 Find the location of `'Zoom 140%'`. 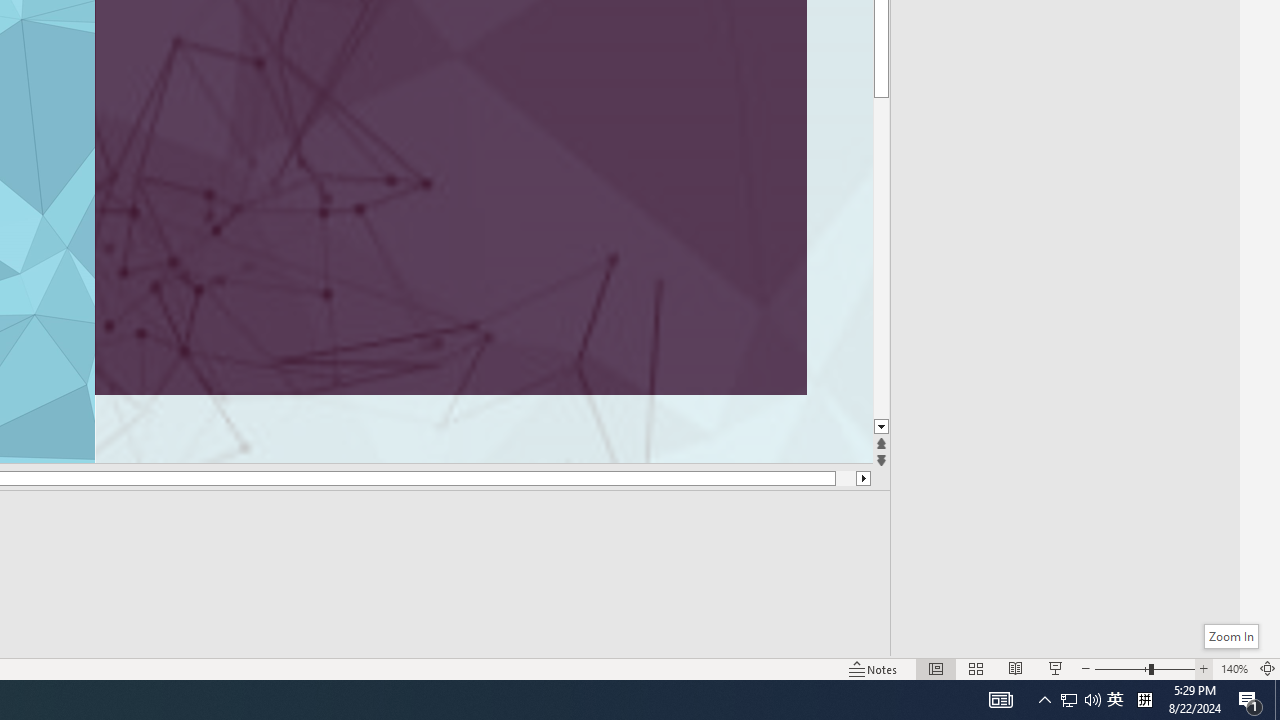

'Zoom 140%' is located at coordinates (1233, 669).